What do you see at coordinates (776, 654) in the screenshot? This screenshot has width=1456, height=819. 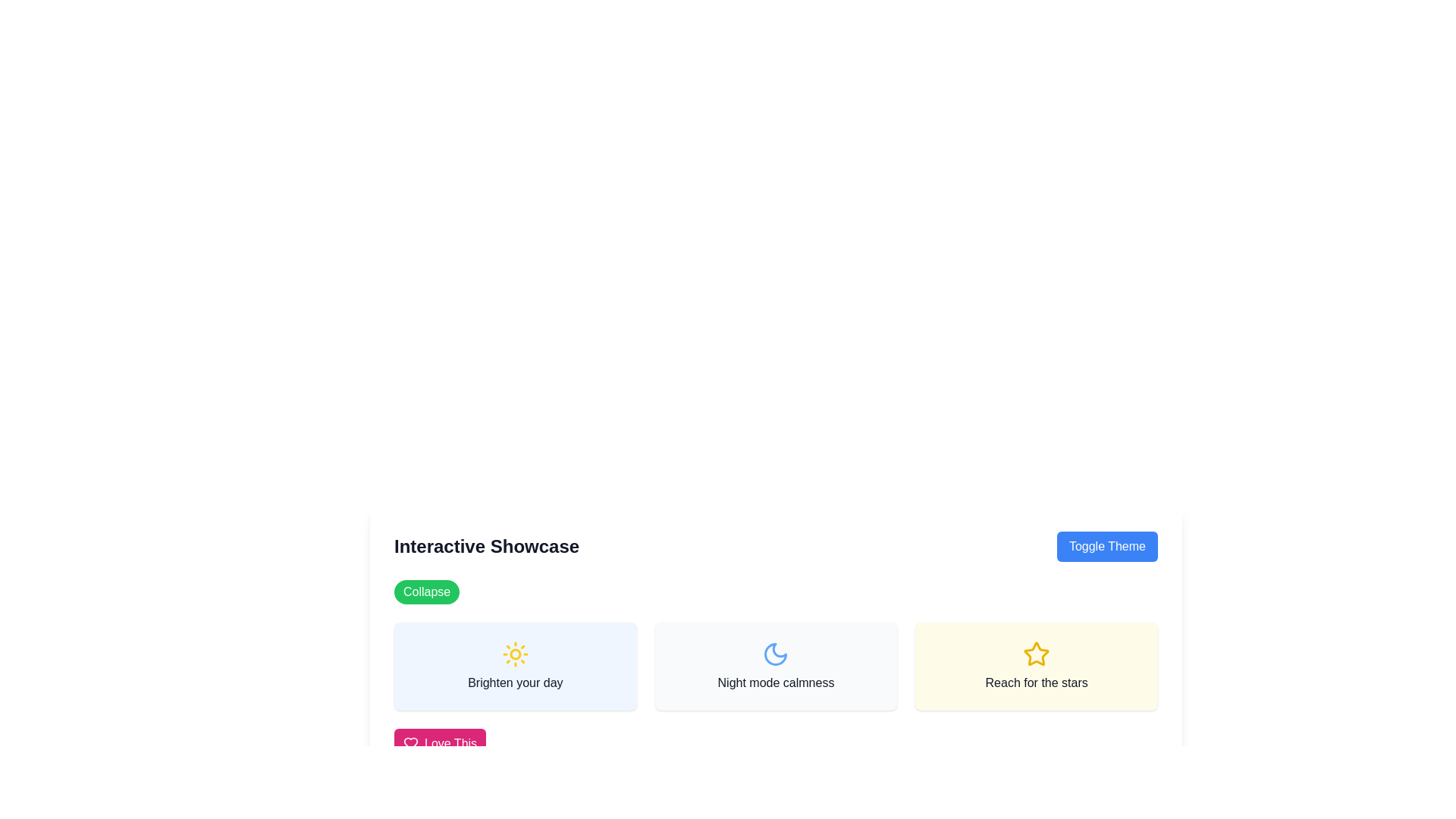 I see `the crescent moon icon styled with a blue outline, located in the second tile labeled 'Night mode calmness'` at bounding box center [776, 654].